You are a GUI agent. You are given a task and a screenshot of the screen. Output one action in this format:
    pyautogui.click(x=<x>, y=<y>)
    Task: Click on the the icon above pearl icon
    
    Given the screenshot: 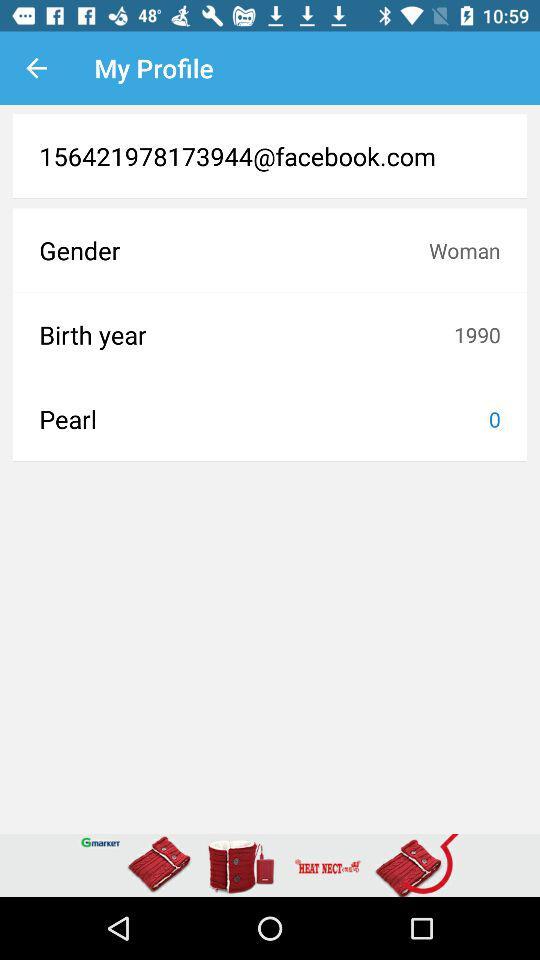 What is the action you would take?
    pyautogui.click(x=246, y=334)
    